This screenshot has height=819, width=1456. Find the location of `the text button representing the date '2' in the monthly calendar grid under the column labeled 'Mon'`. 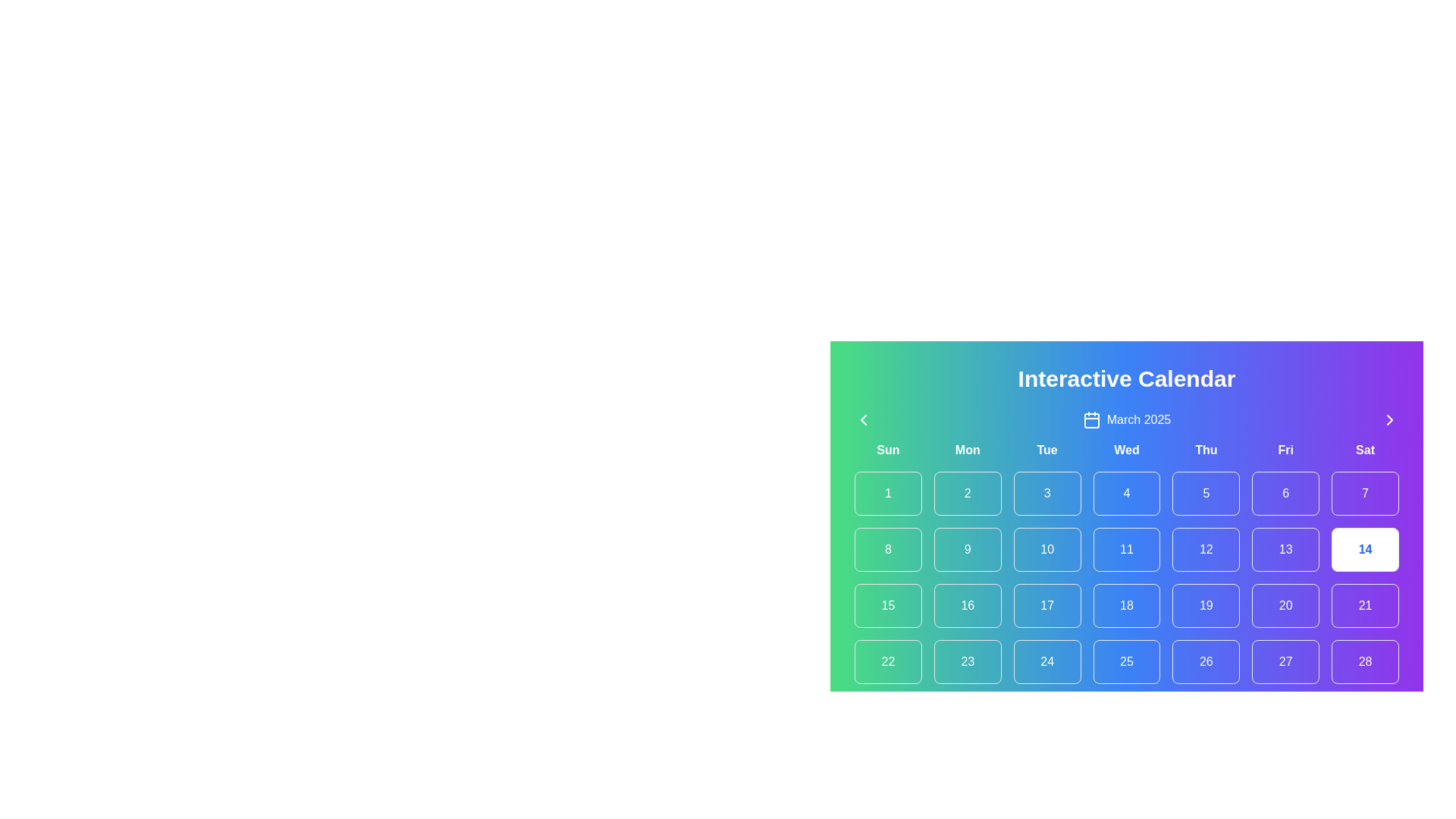

the text button representing the date '2' in the monthly calendar grid under the column labeled 'Mon' is located at coordinates (967, 494).